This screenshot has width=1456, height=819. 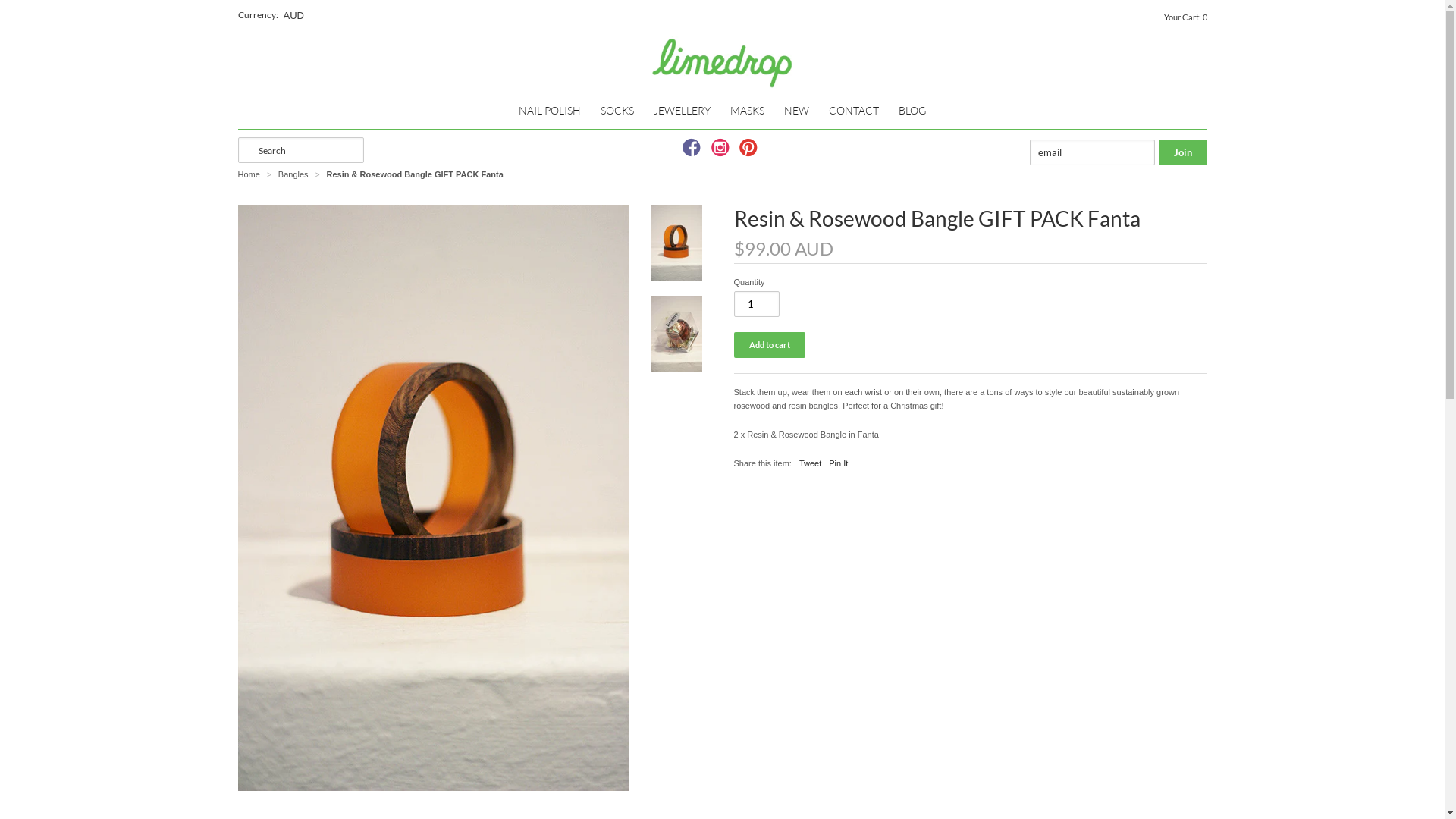 I want to click on 'MASKS', so click(x=747, y=110).